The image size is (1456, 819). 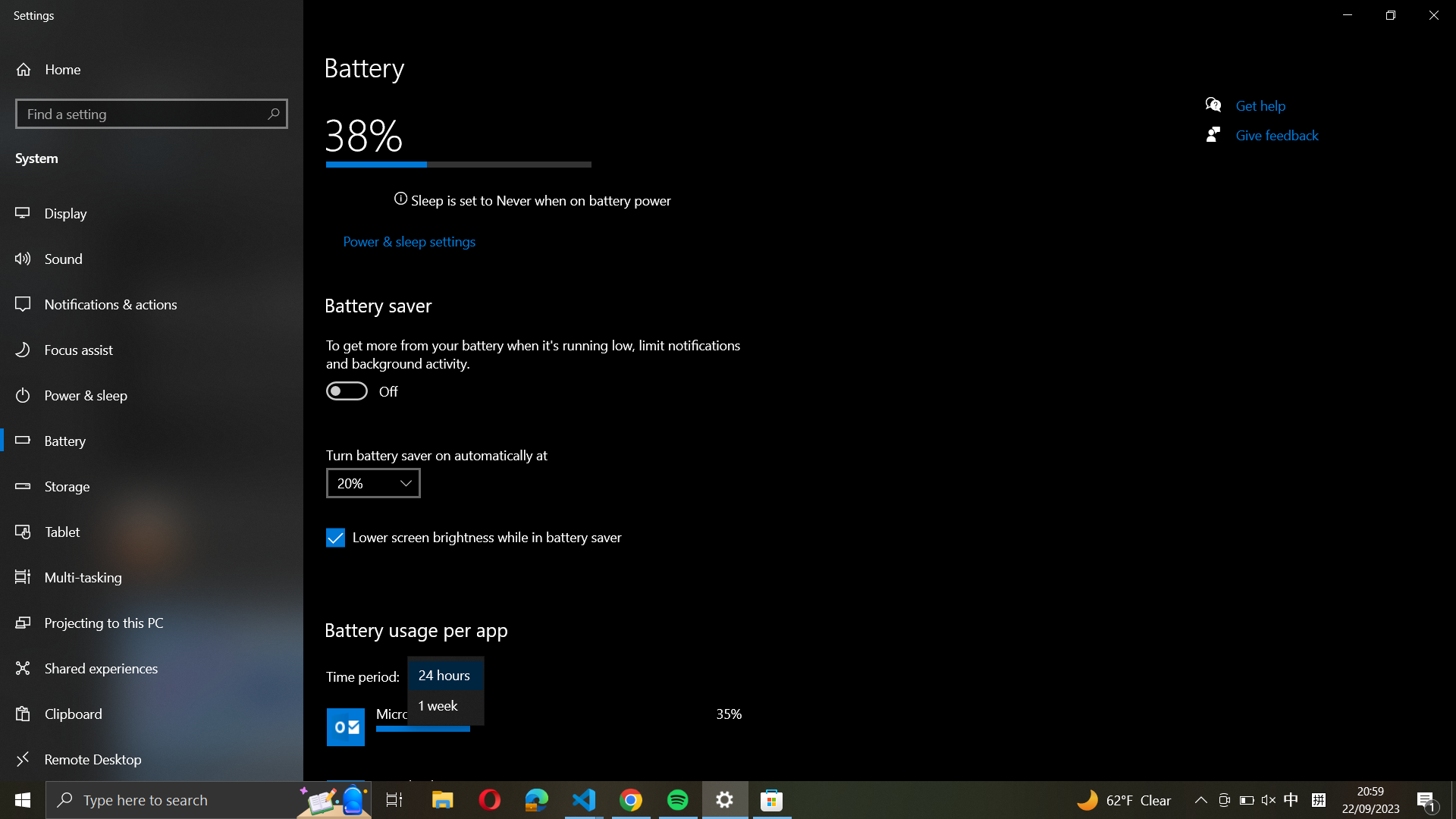 What do you see at coordinates (153, 488) in the screenshot?
I see `the Storage settings by clicking on the left side menu` at bounding box center [153, 488].